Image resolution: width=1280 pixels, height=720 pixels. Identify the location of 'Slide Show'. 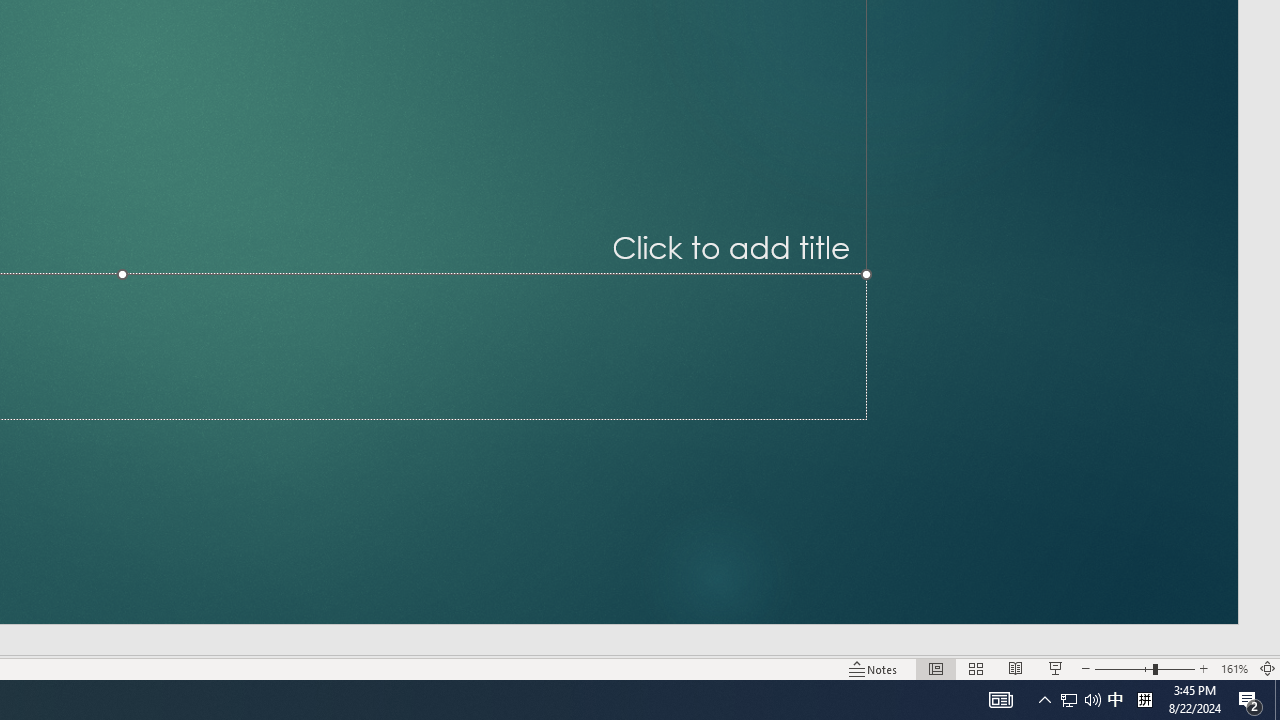
(1055, 669).